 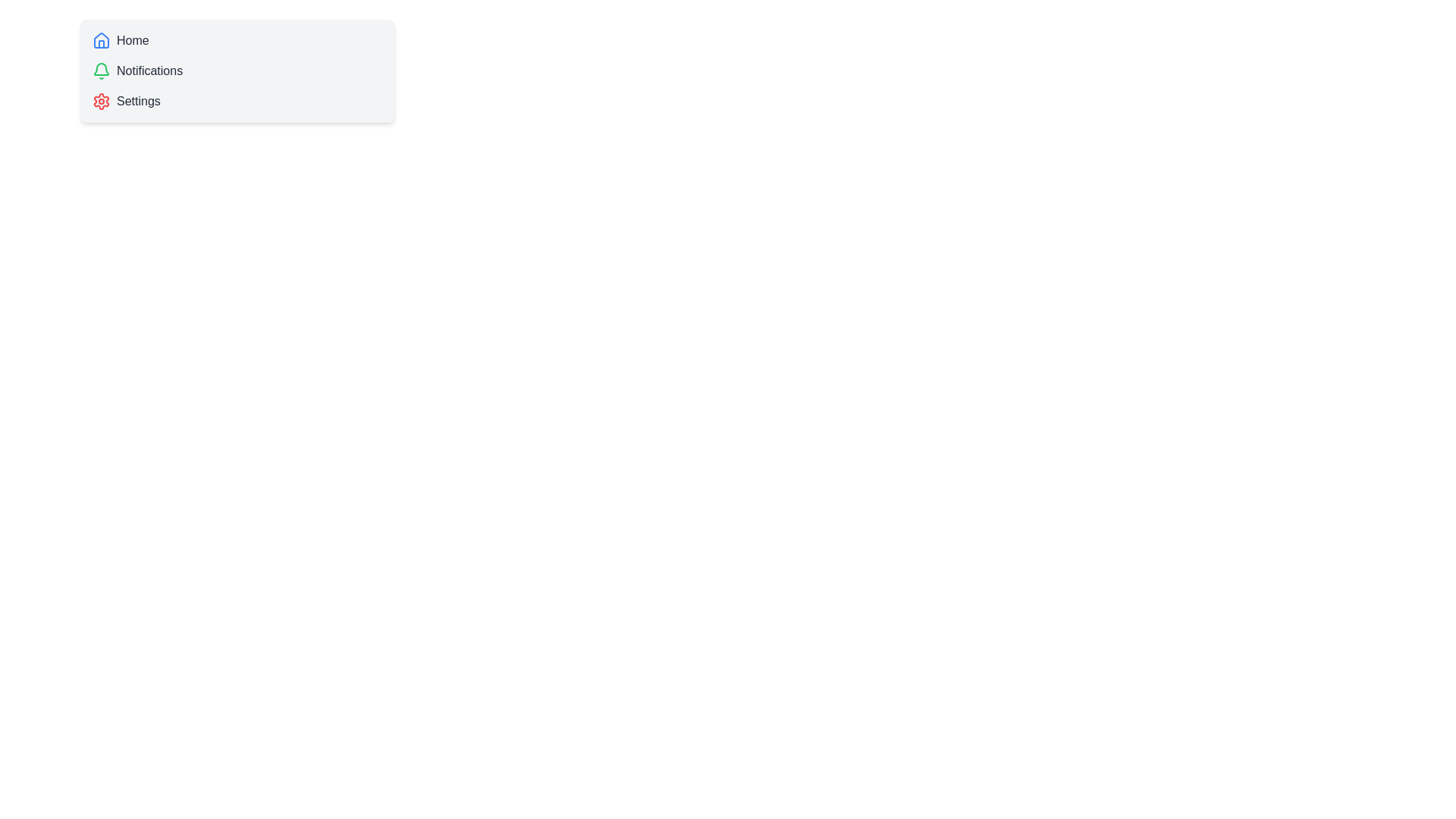 What do you see at coordinates (133, 40) in the screenshot?
I see `the text label that serves as a title for the home page navigation item, located to the right of the blue 'house' icon` at bounding box center [133, 40].